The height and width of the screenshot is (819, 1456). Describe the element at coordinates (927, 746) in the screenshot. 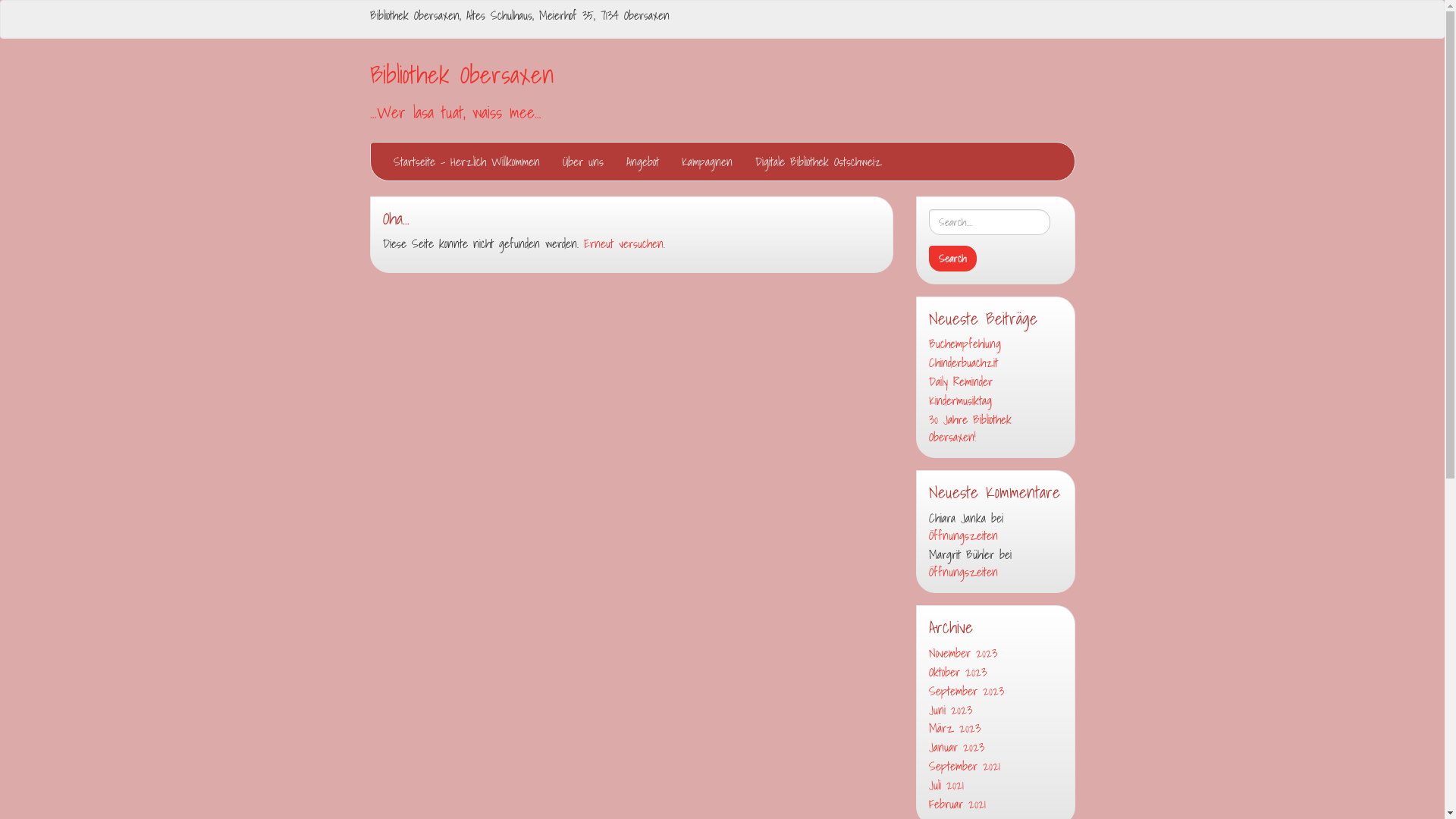

I see `'Januar 2023'` at that location.